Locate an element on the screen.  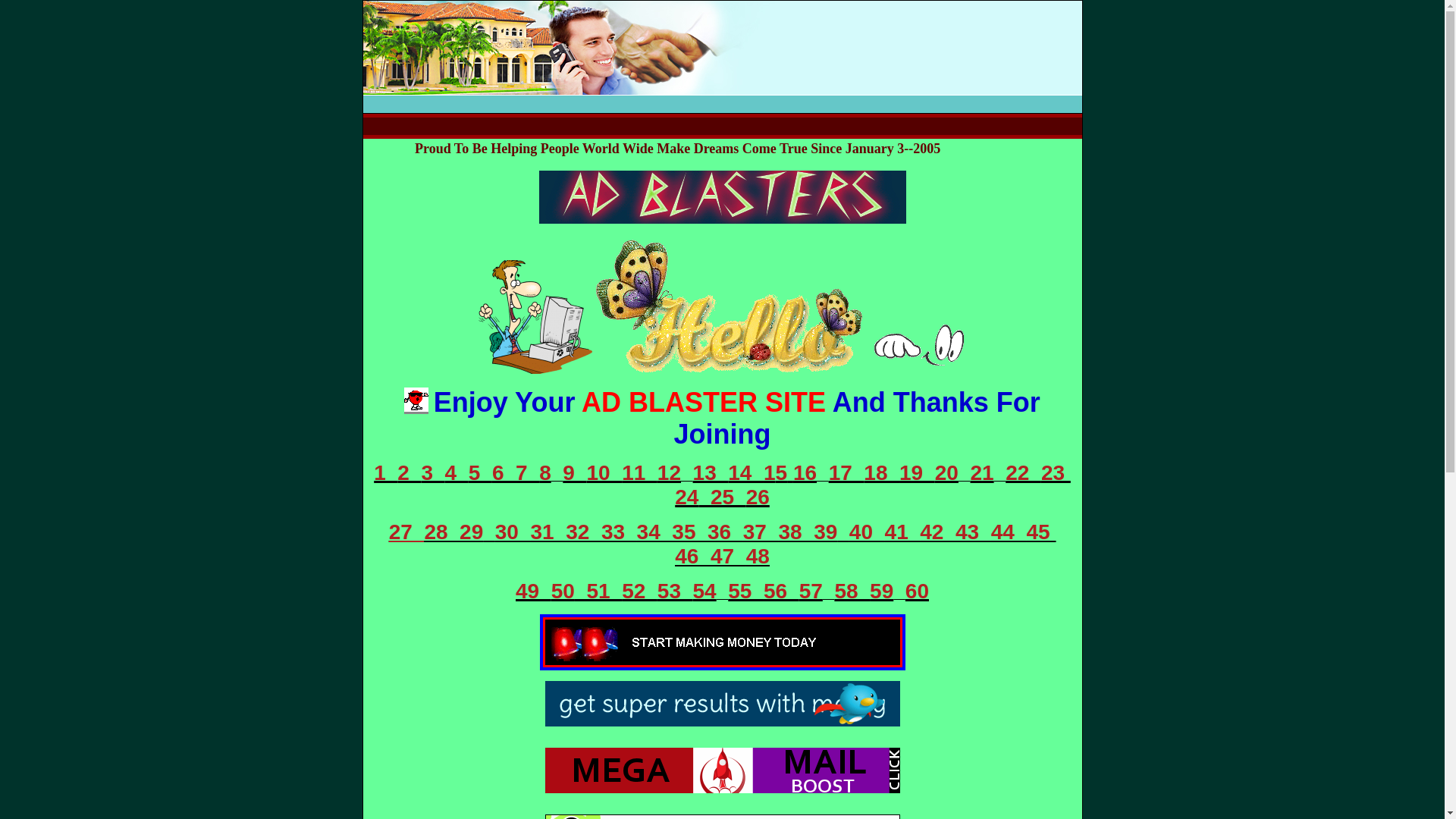
'56 ' is located at coordinates (781, 590).